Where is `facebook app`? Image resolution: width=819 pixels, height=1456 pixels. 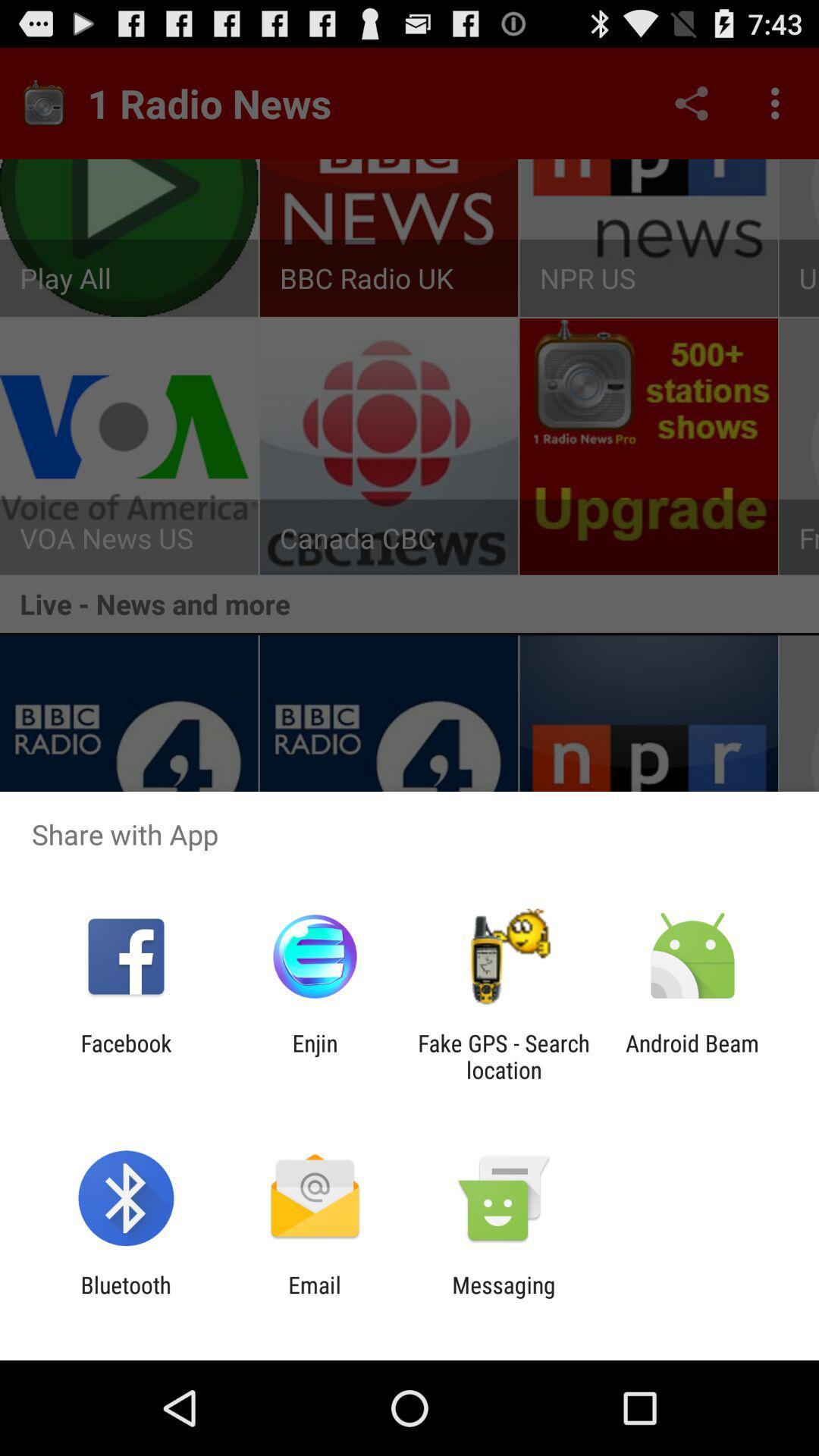 facebook app is located at coordinates (125, 1056).